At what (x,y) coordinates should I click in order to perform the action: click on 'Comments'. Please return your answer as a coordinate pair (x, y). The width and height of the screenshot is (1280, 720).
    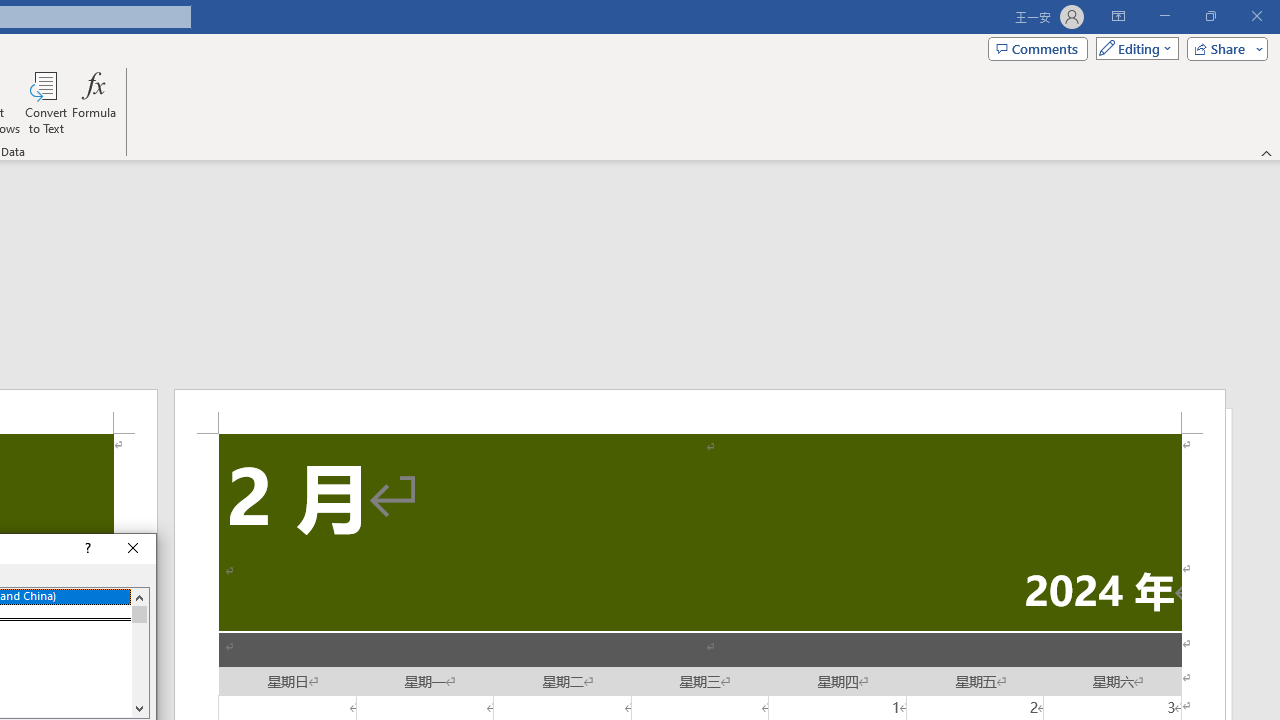
    Looking at the image, I should click on (1038, 47).